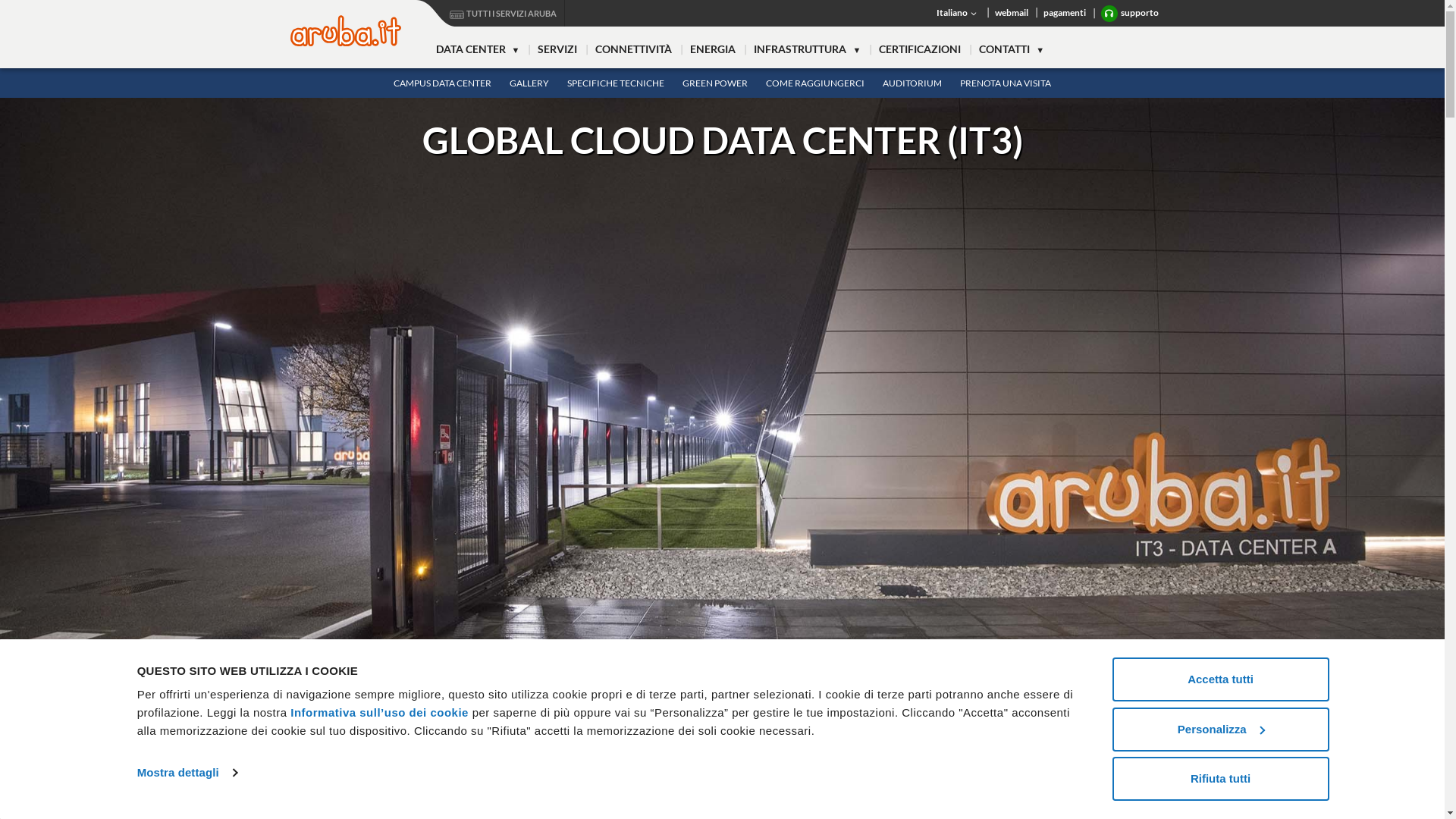 The image size is (1456, 819). Describe the element at coordinates (1012, 49) in the screenshot. I see `'CONTATTI'` at that location.